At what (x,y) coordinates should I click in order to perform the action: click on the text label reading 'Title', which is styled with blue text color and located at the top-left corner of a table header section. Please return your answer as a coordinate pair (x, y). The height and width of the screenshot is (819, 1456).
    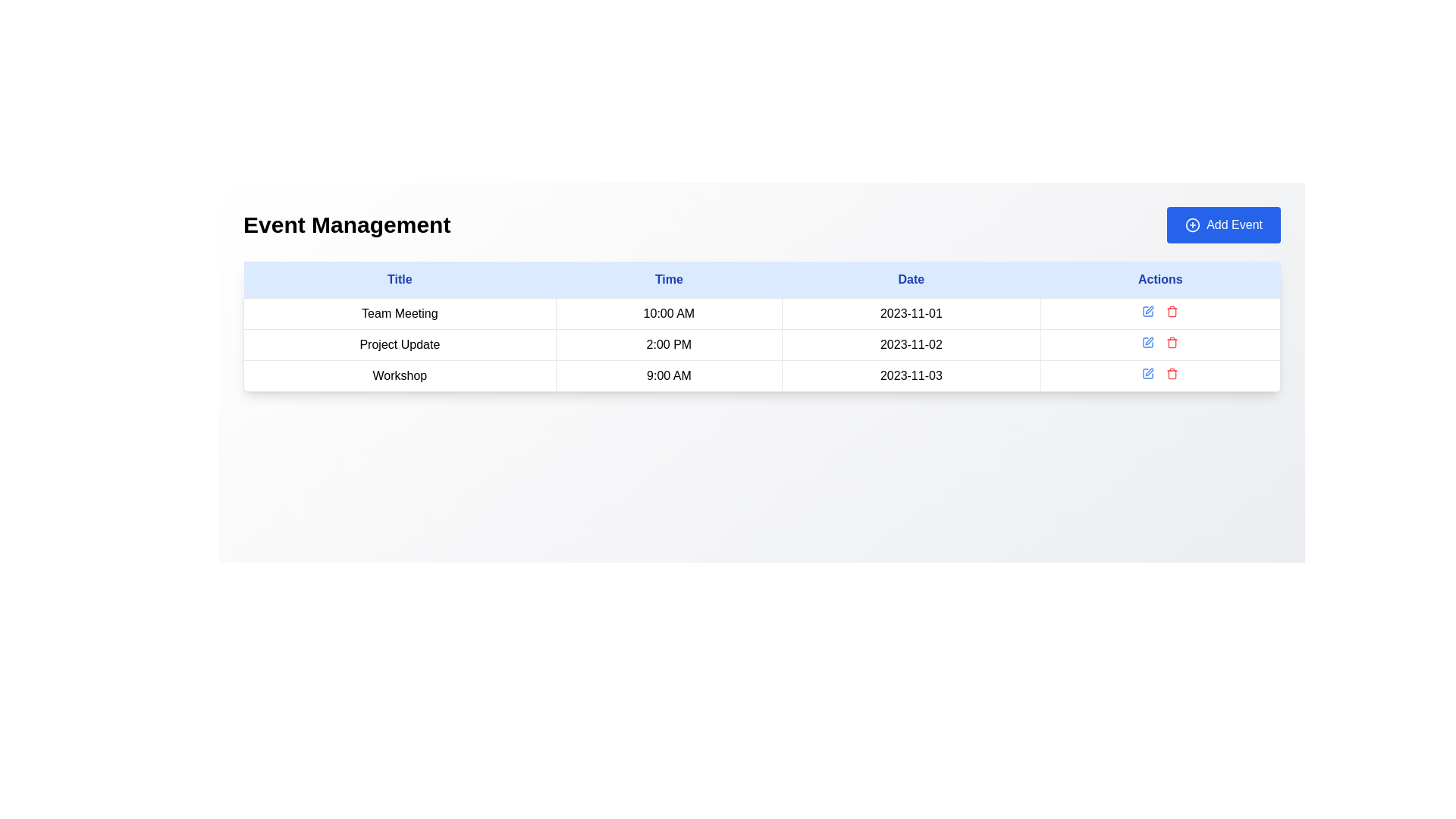
    Looking at the image, I should click on (400, 280).